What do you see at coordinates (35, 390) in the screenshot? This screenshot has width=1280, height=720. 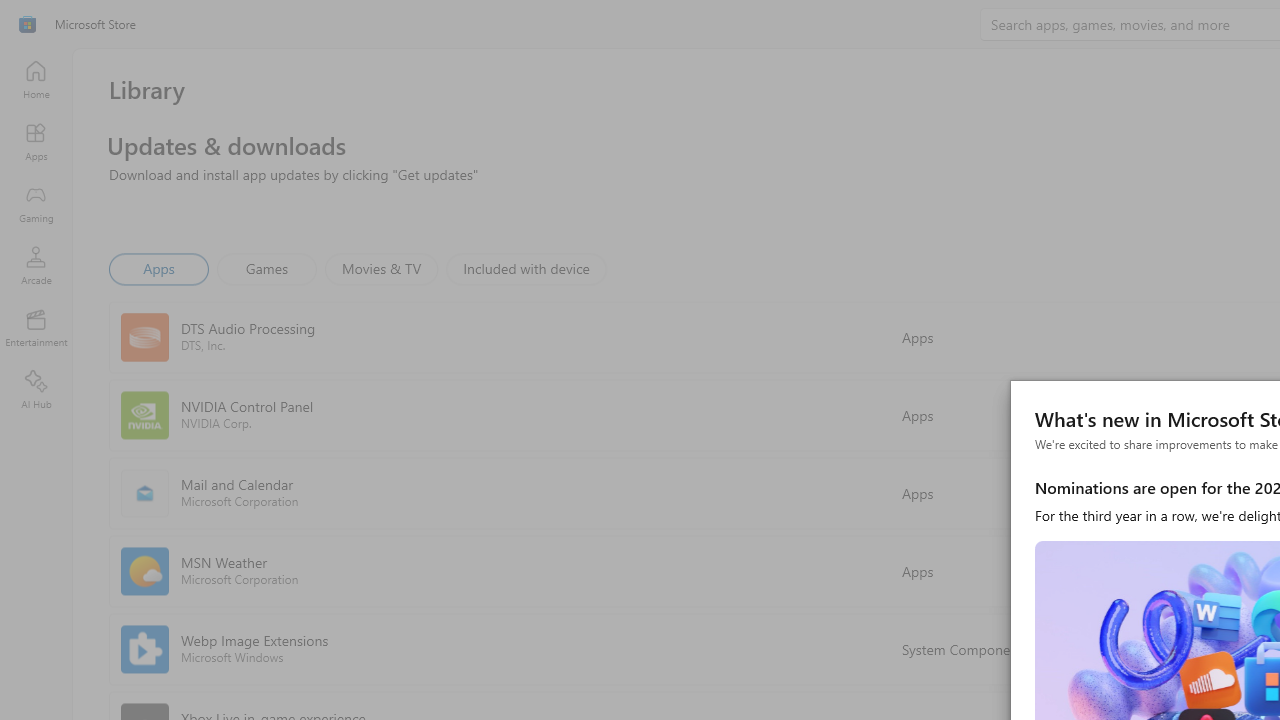 I see `'AI Hub'` at bounding box center [35, 390].